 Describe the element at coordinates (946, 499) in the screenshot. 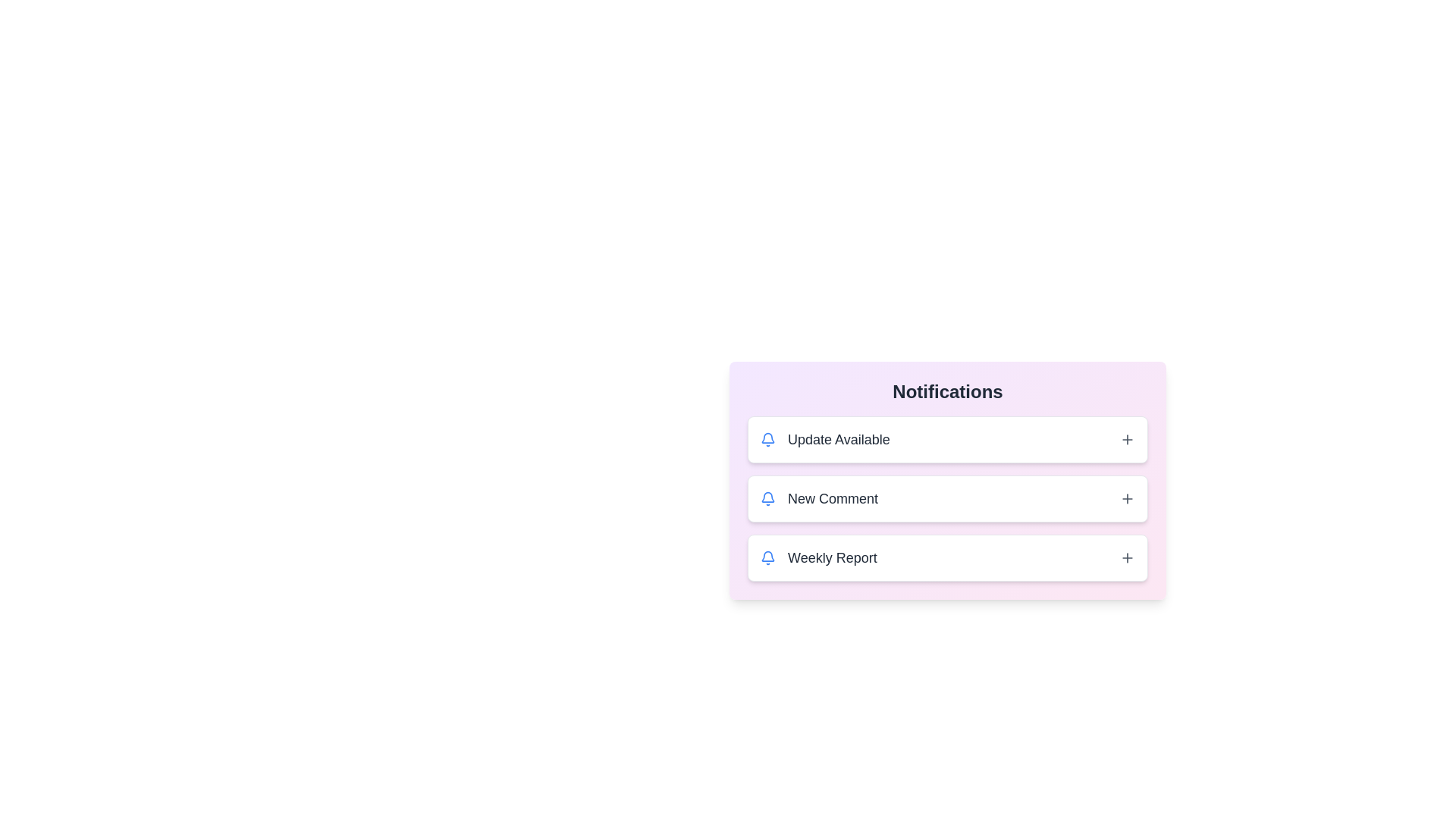

I see `the notification titled 'New Comment'` at that location.